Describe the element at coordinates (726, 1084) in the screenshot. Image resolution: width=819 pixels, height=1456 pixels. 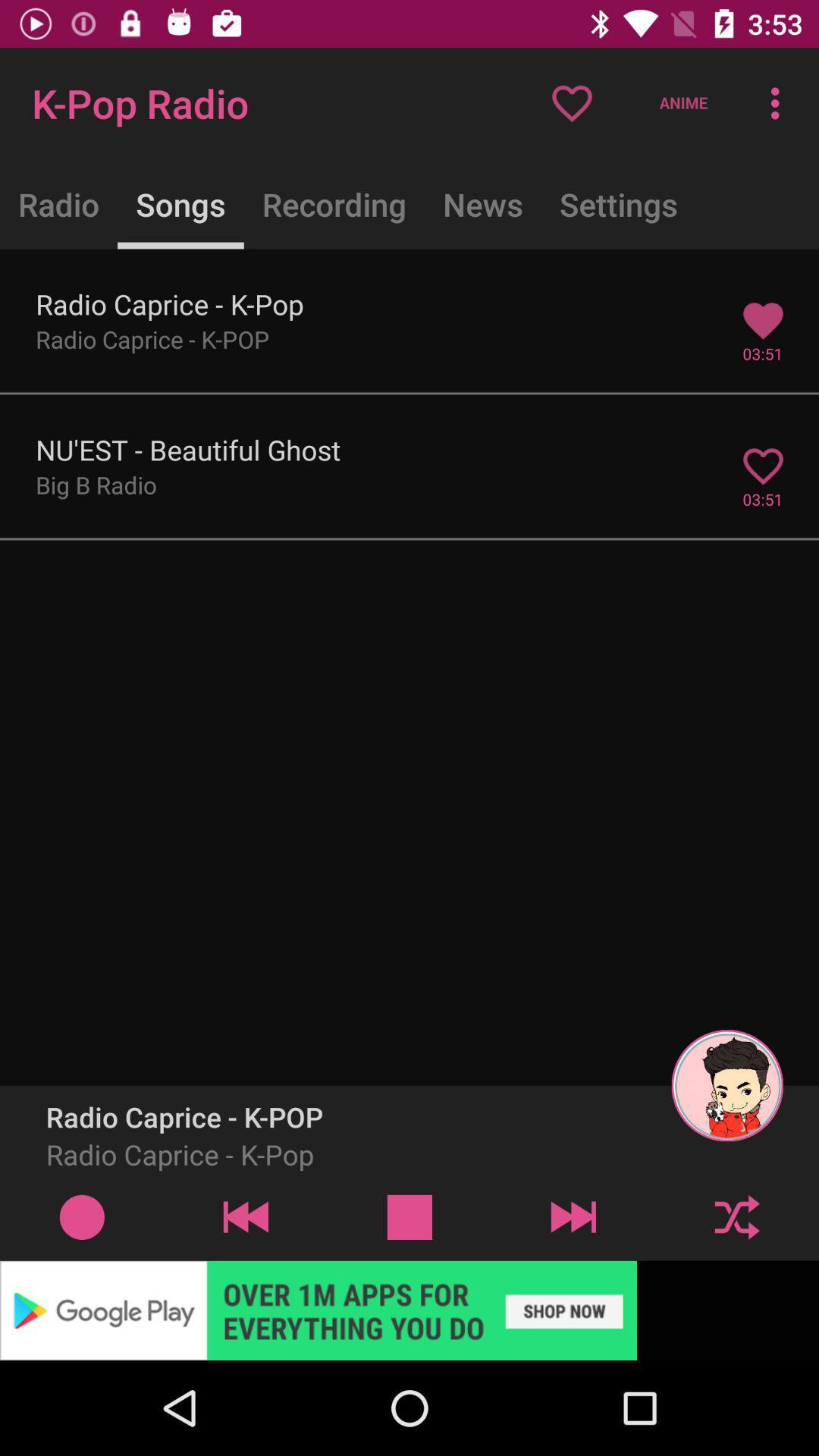
I see `the image of the bottom right` at that location.